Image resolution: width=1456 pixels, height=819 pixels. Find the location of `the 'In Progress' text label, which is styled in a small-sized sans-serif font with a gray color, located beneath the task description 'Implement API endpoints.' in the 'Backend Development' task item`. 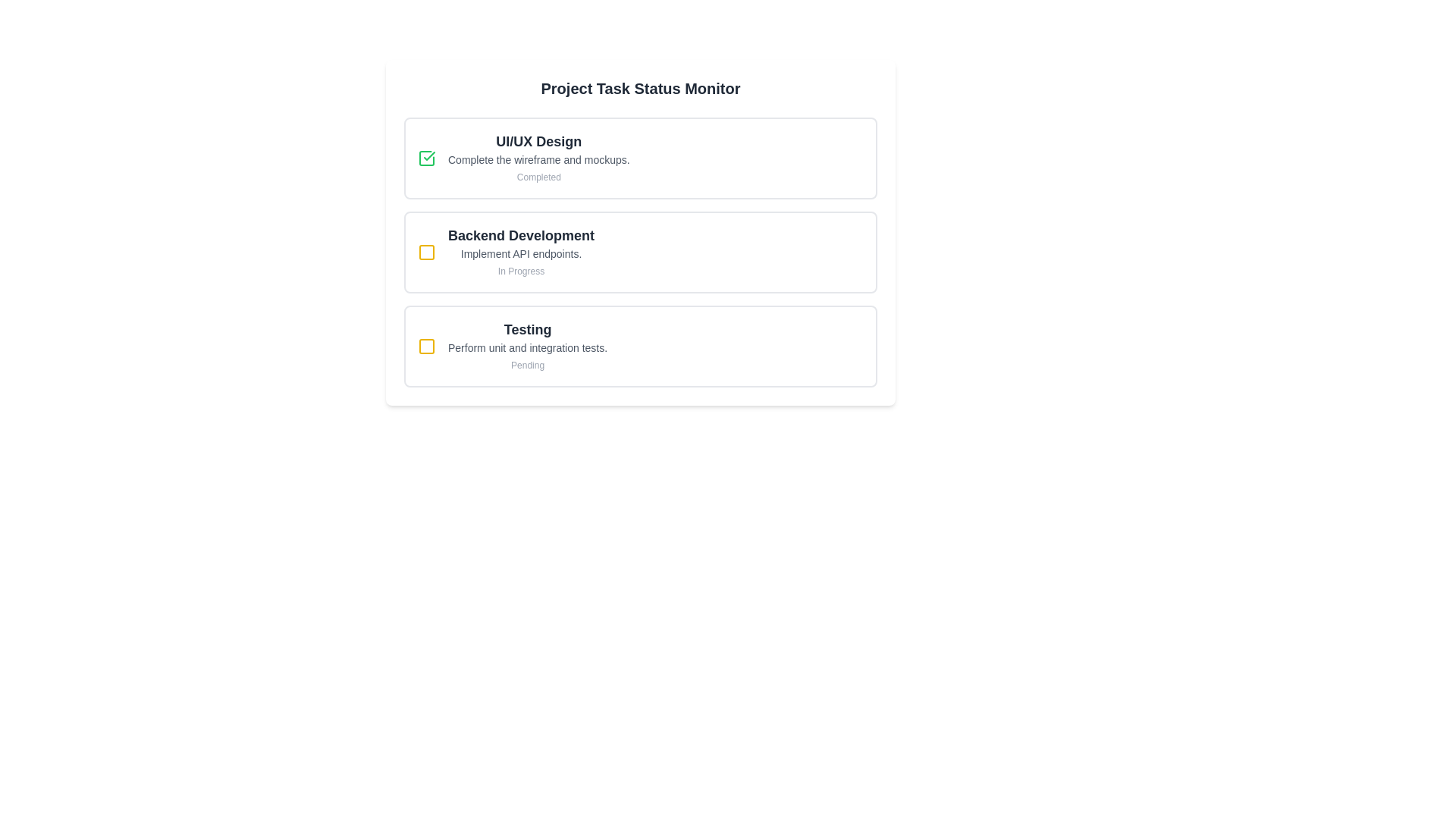

the 'In Progress' text label, which is styled in a small-sized sans-serif font with a gray color, located beneath the task description 'Implement API endpoints.' in the 'Backend Development' task item is located at coordinates (521, 271).